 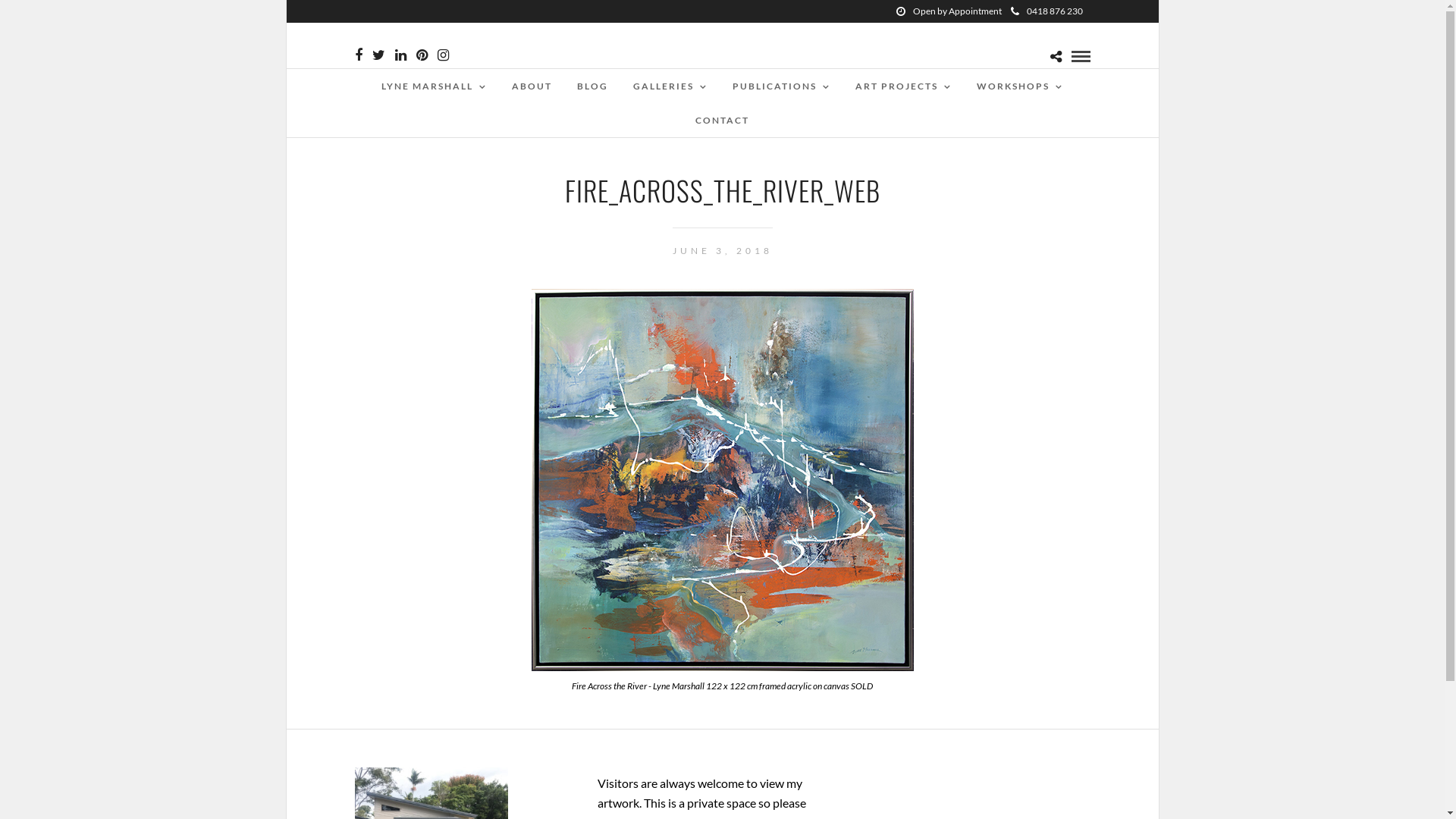 I want to click on 'ART PROJECTS', so click(x=843, y=86).